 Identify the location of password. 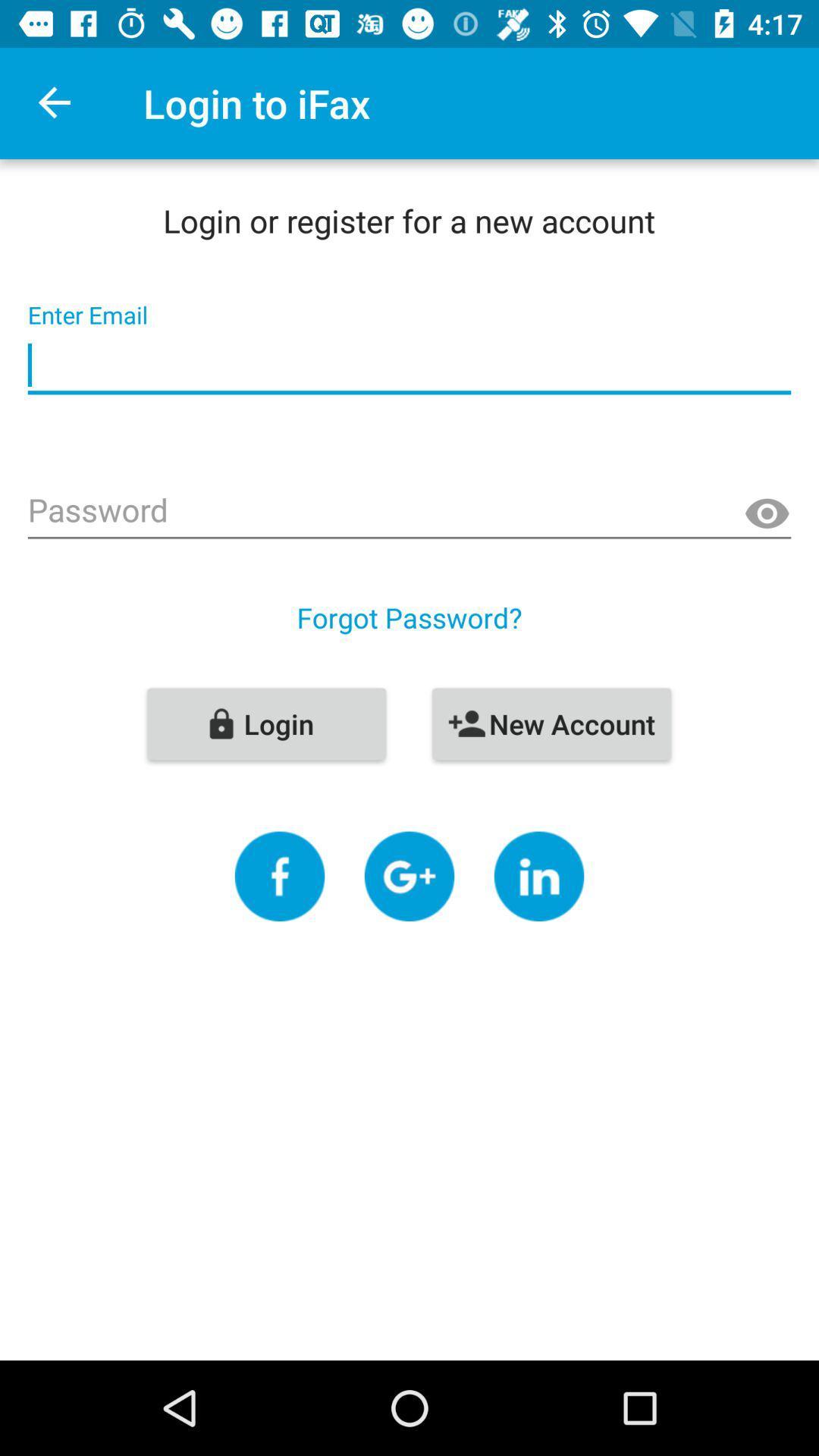
(409, 512).